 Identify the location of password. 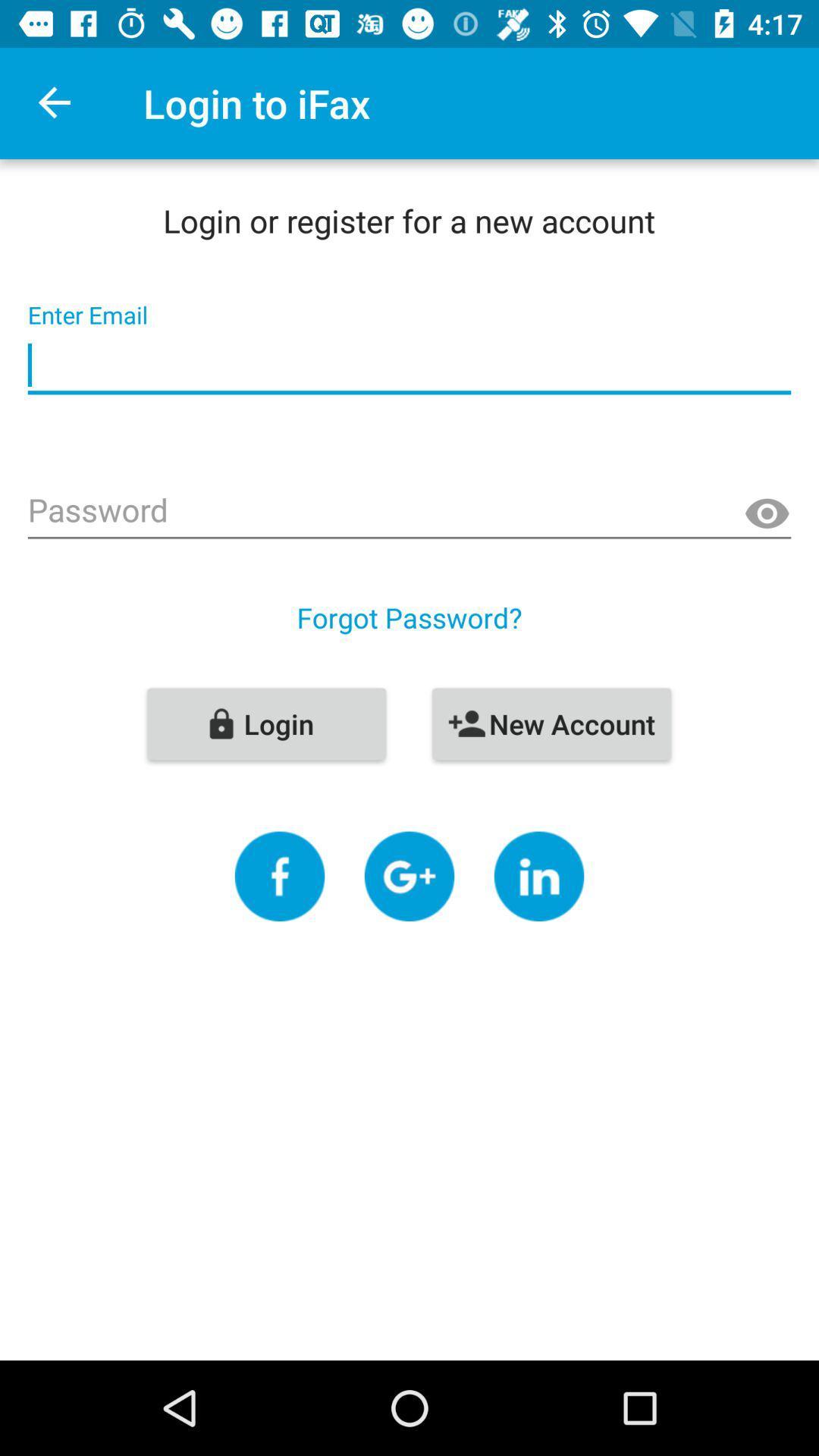
(409, 512).